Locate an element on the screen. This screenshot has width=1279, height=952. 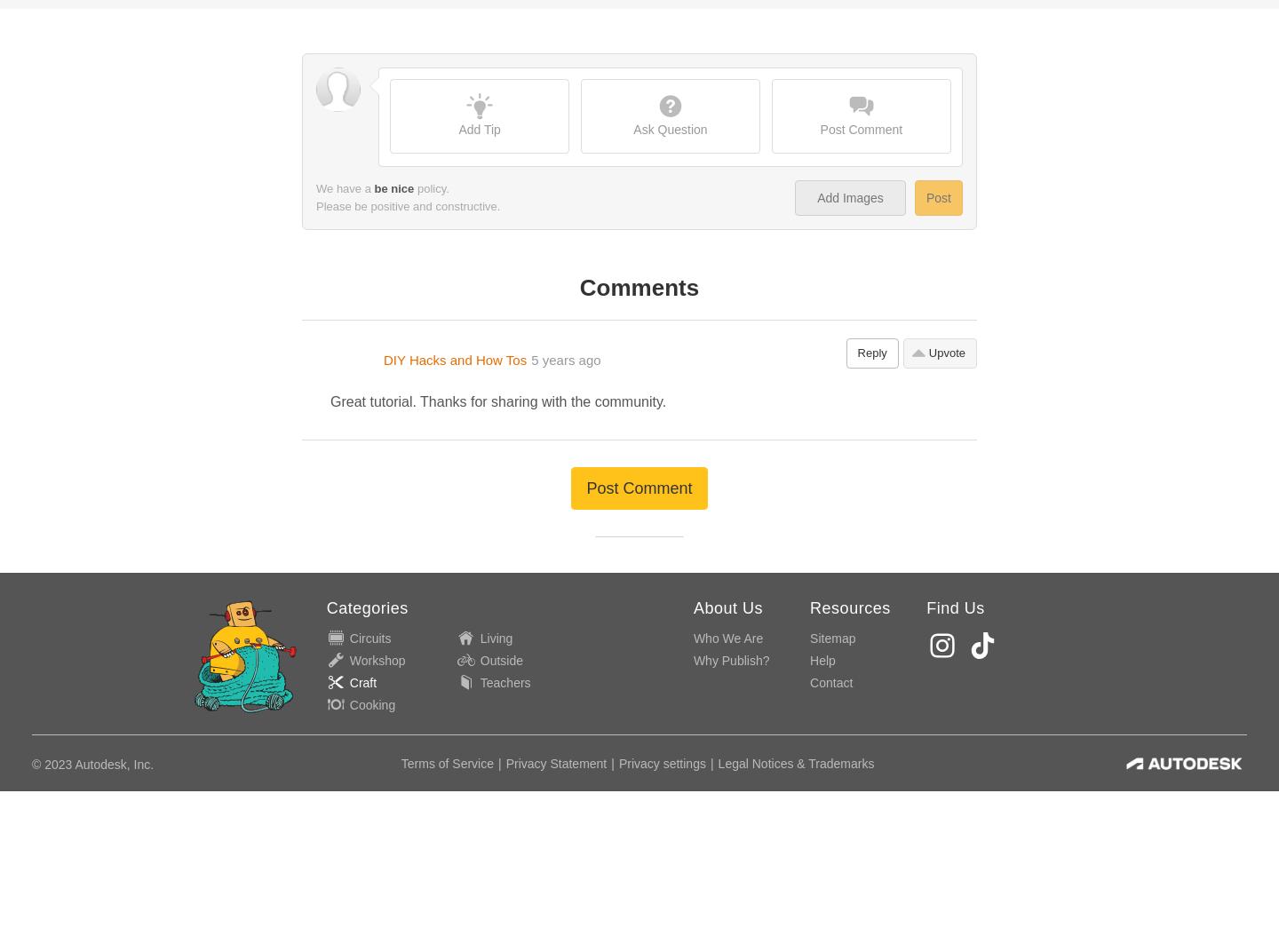
'Outside' is located at coordinates (501, 250).